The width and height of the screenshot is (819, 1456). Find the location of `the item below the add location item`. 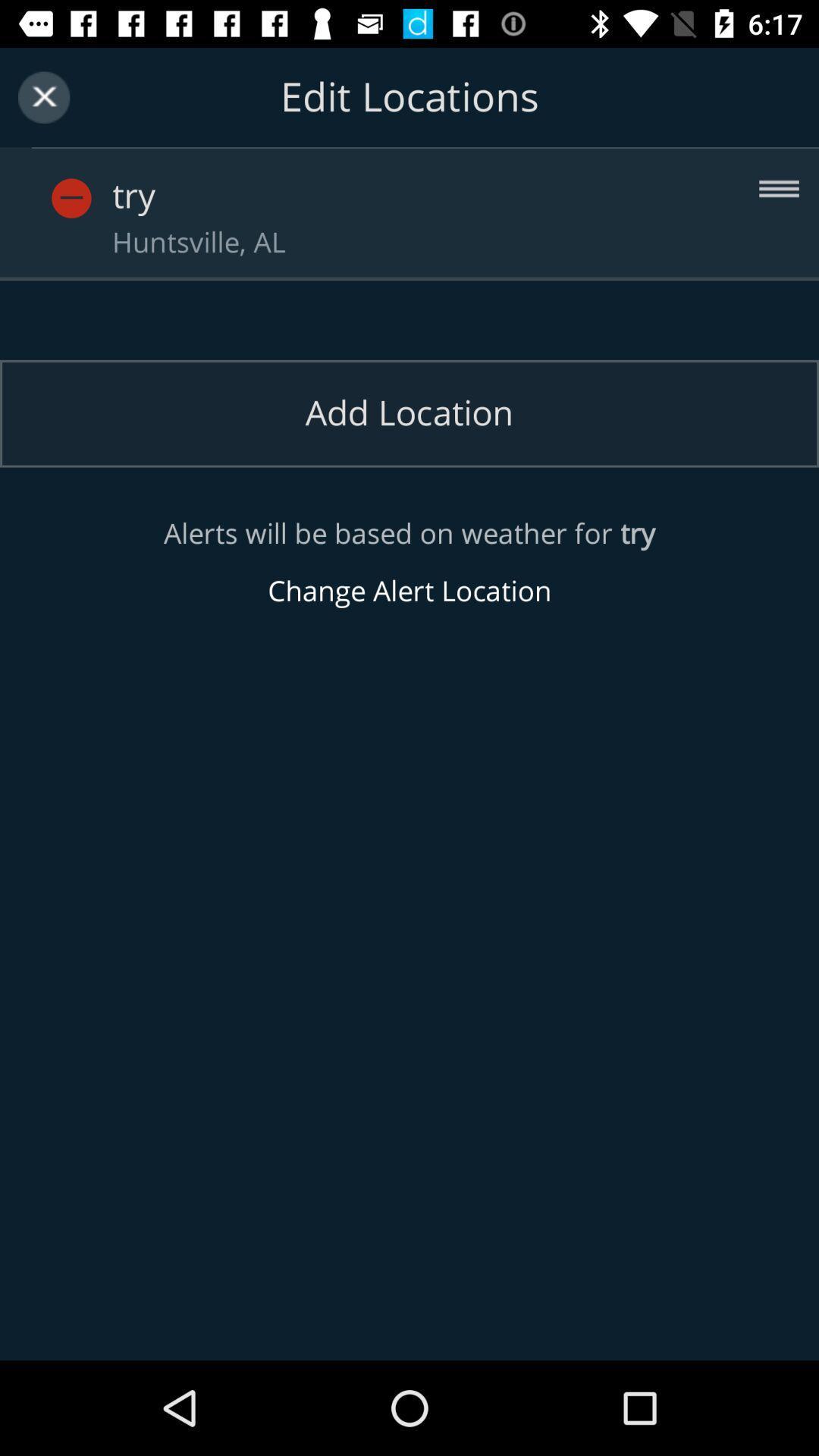

the item below the add location item is located at coordinates (409, 562).